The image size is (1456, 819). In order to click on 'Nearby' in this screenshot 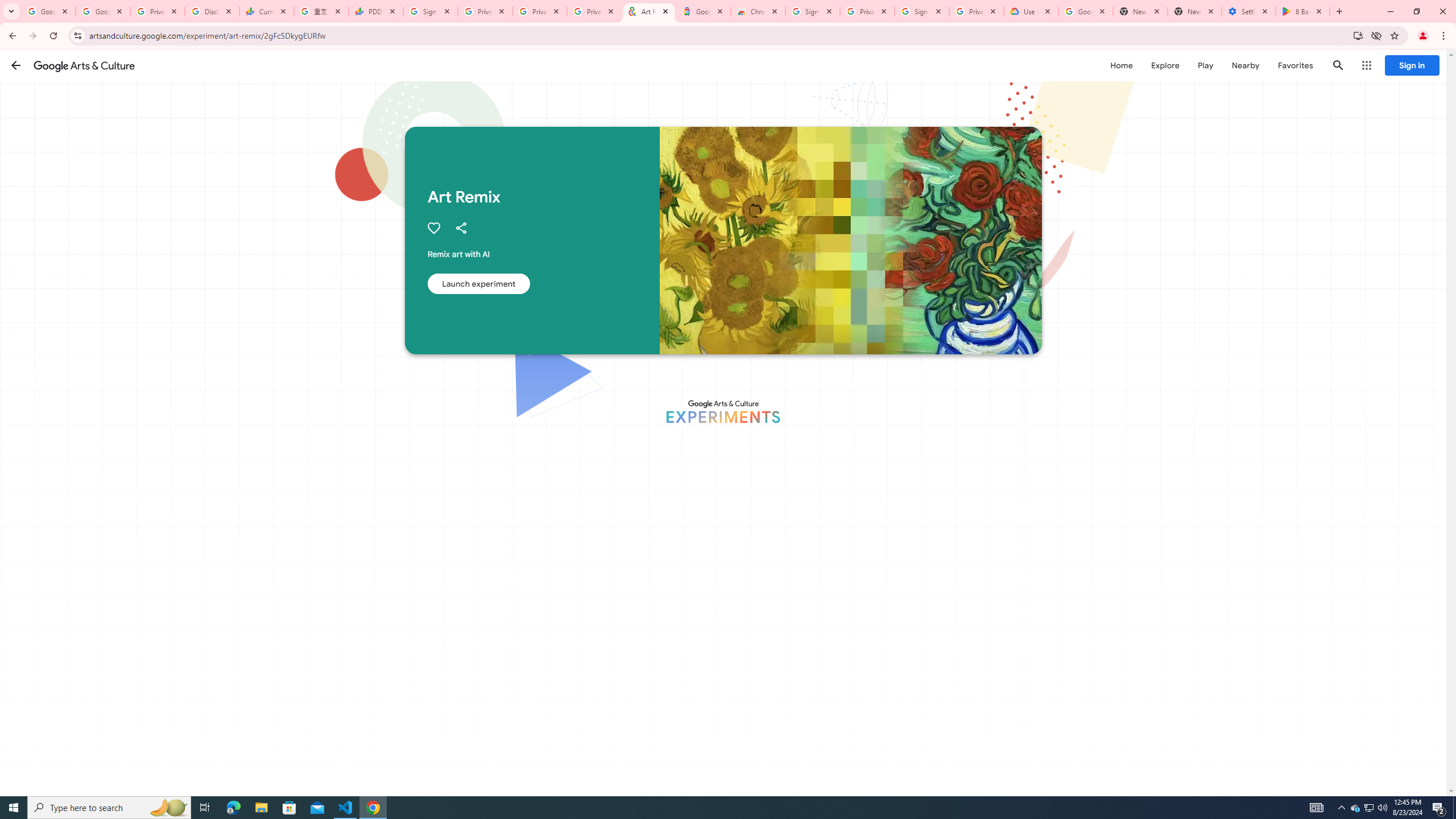, I will do `click(1244, 65)`.